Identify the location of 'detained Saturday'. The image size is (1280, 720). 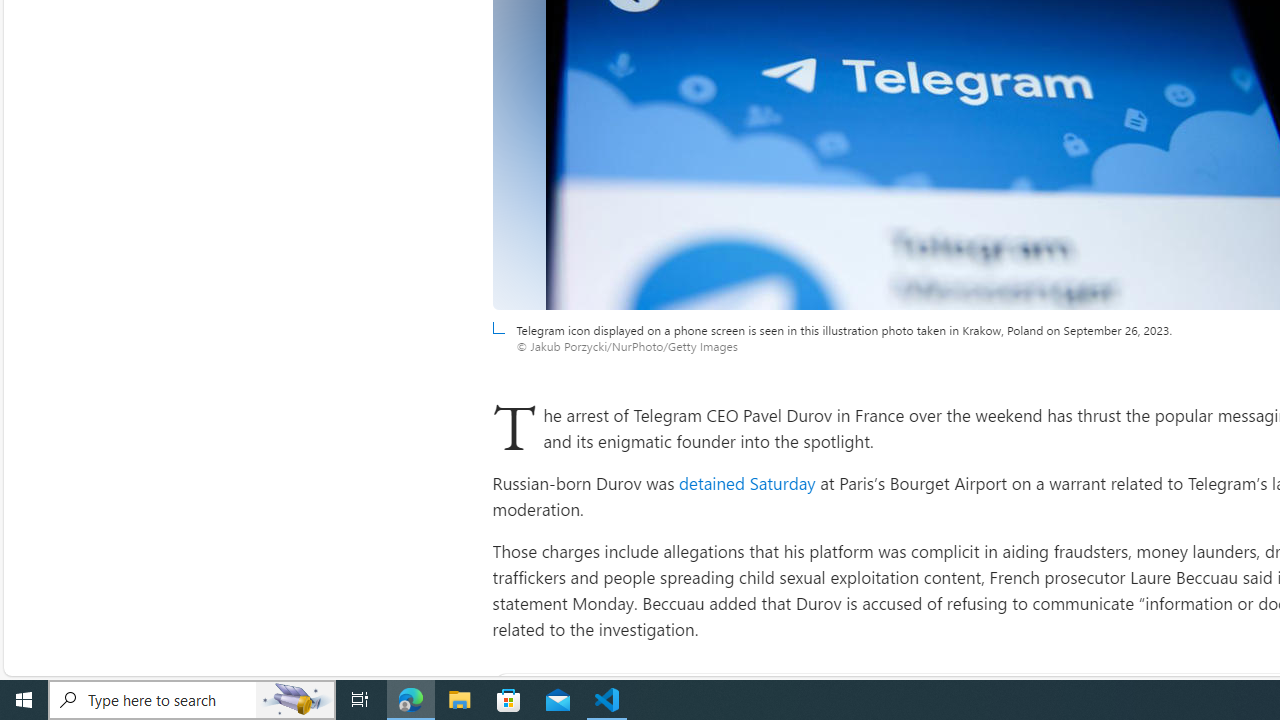
(746, 483).